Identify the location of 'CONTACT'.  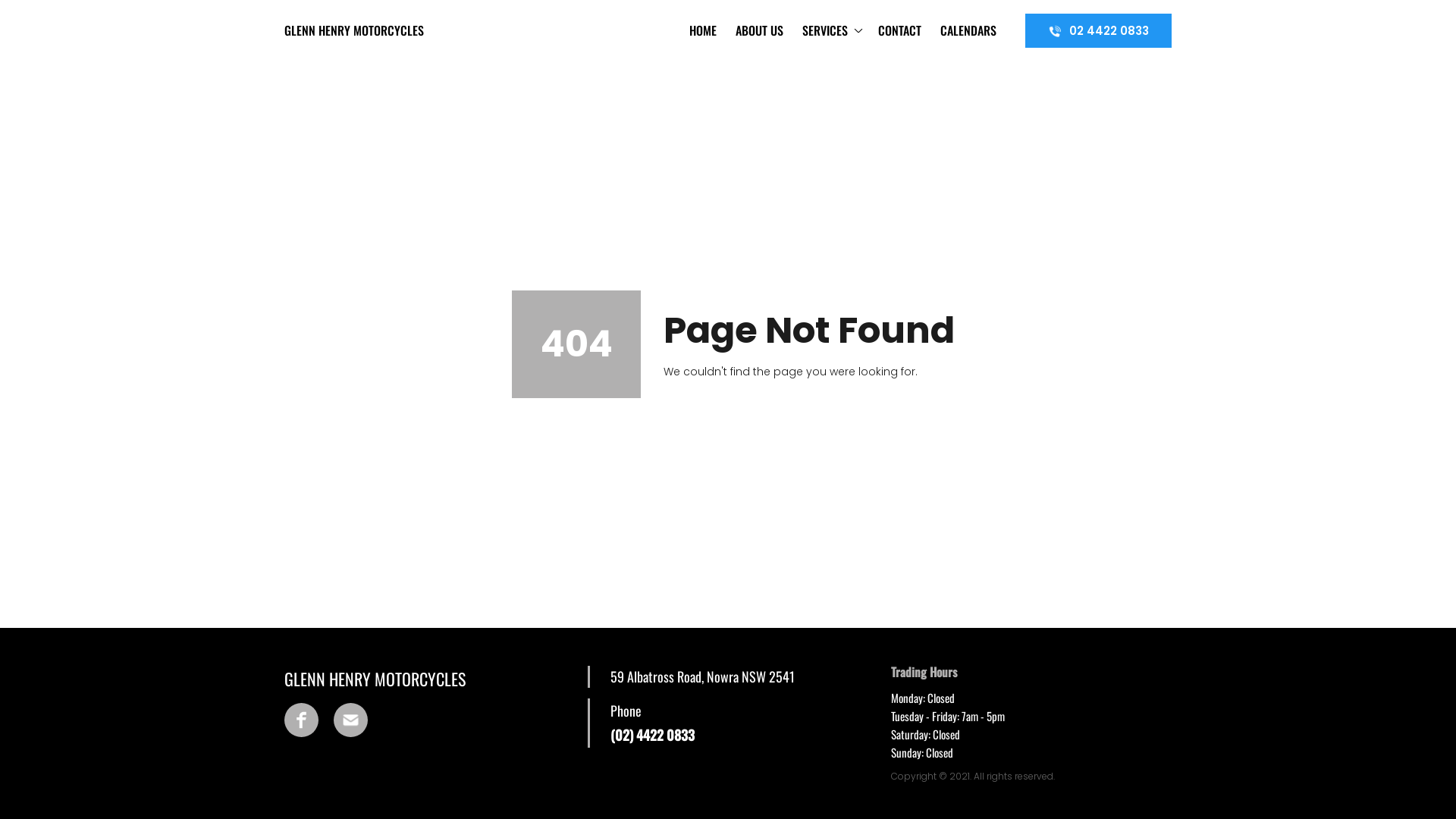
(873, 30).